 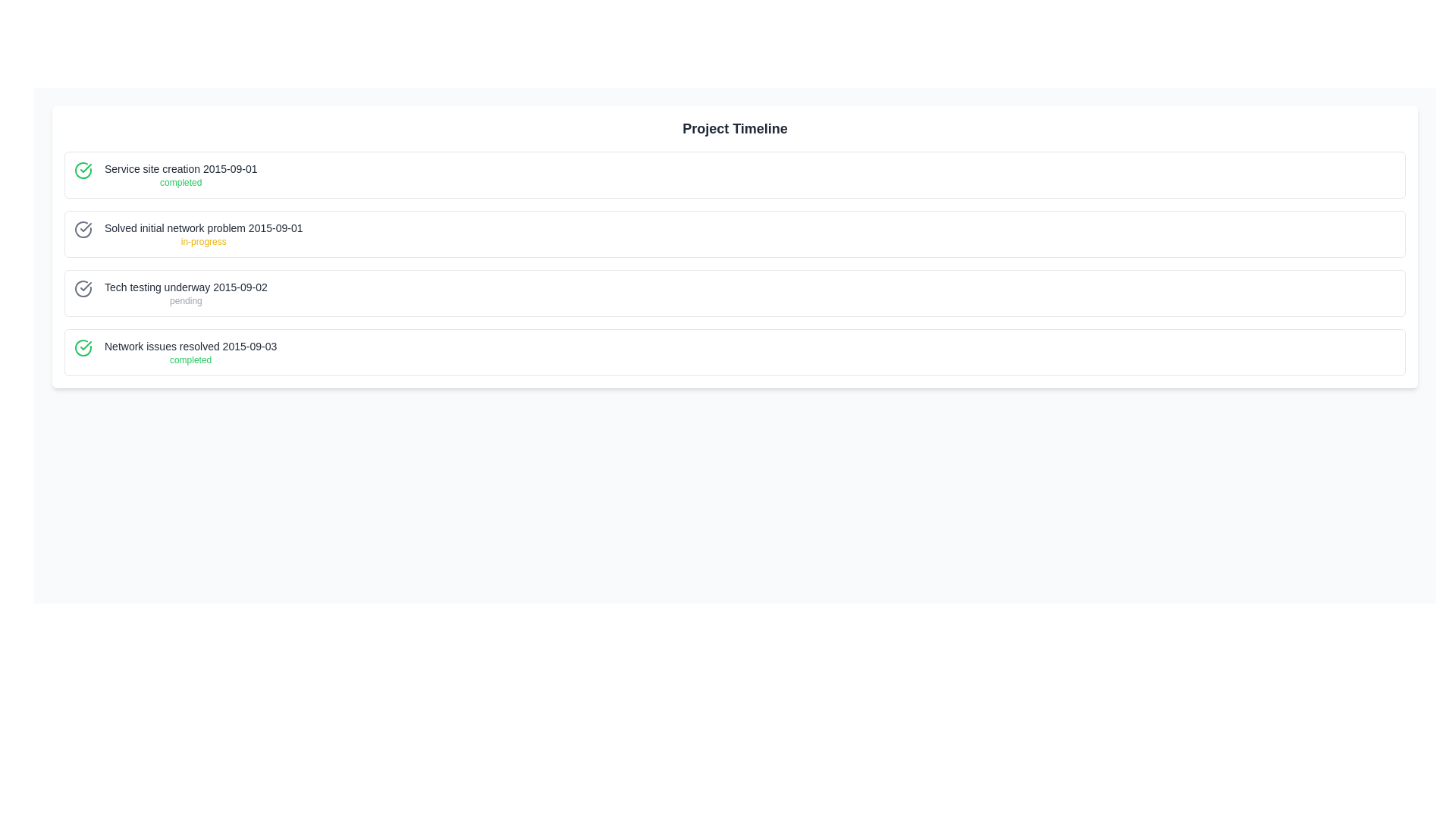 What do you see at coordinates (735, 293) in the screenshot?
I see `the third Timeline entry item labeled 'Tech testing underway'` at bounding box center [735, 293].